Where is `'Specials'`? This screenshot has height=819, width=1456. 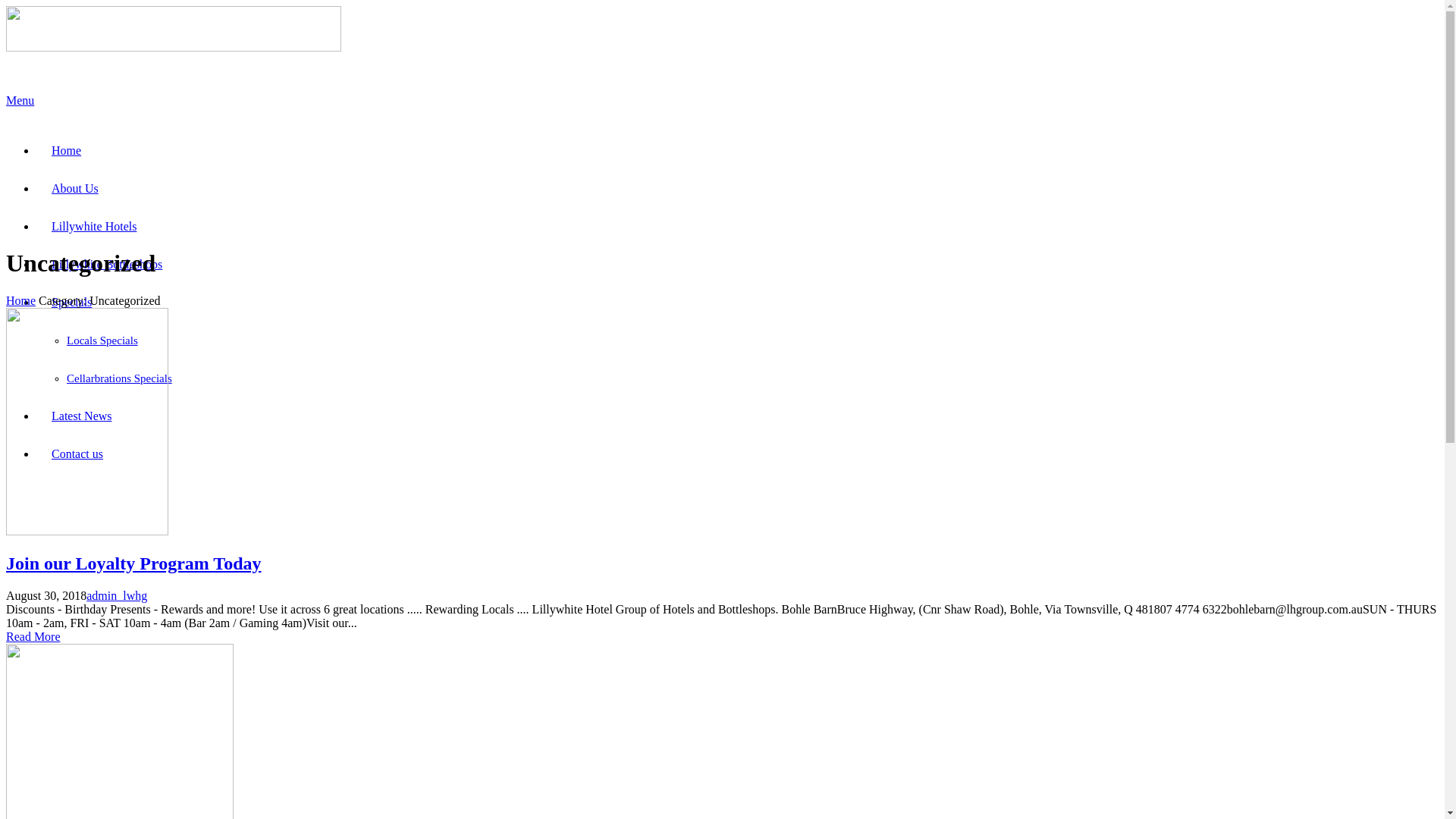 'Specials' is located at coordinates (36, 302).